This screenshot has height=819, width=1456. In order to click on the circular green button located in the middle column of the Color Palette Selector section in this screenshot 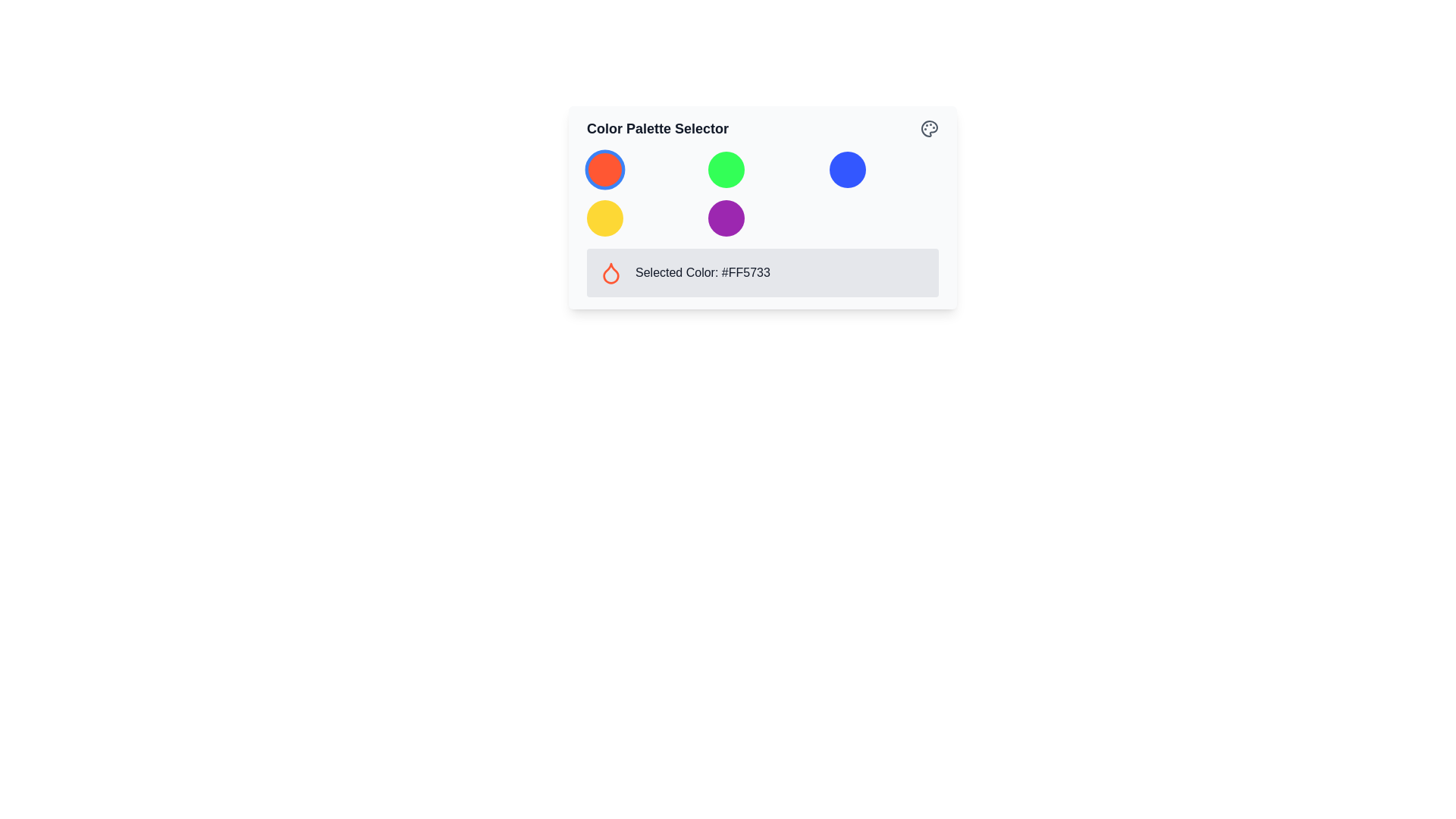, I will do `click(726, 169)`.